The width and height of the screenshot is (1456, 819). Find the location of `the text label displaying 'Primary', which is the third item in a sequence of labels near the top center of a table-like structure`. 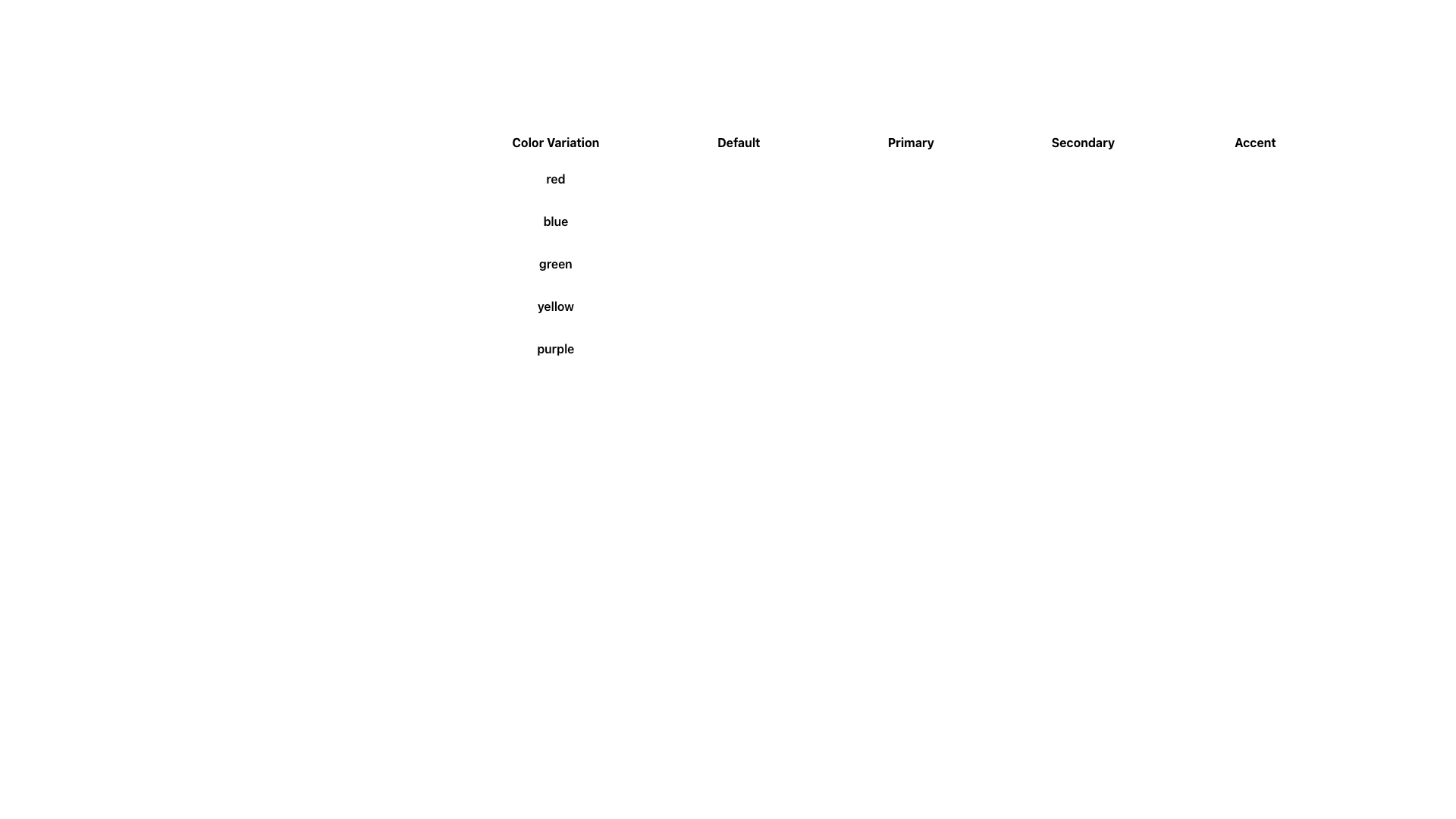

the text label displaying 'Primary', which is the third item in a sequence of labels near the top center of a table-like structure is located at coordinates (899, 143).